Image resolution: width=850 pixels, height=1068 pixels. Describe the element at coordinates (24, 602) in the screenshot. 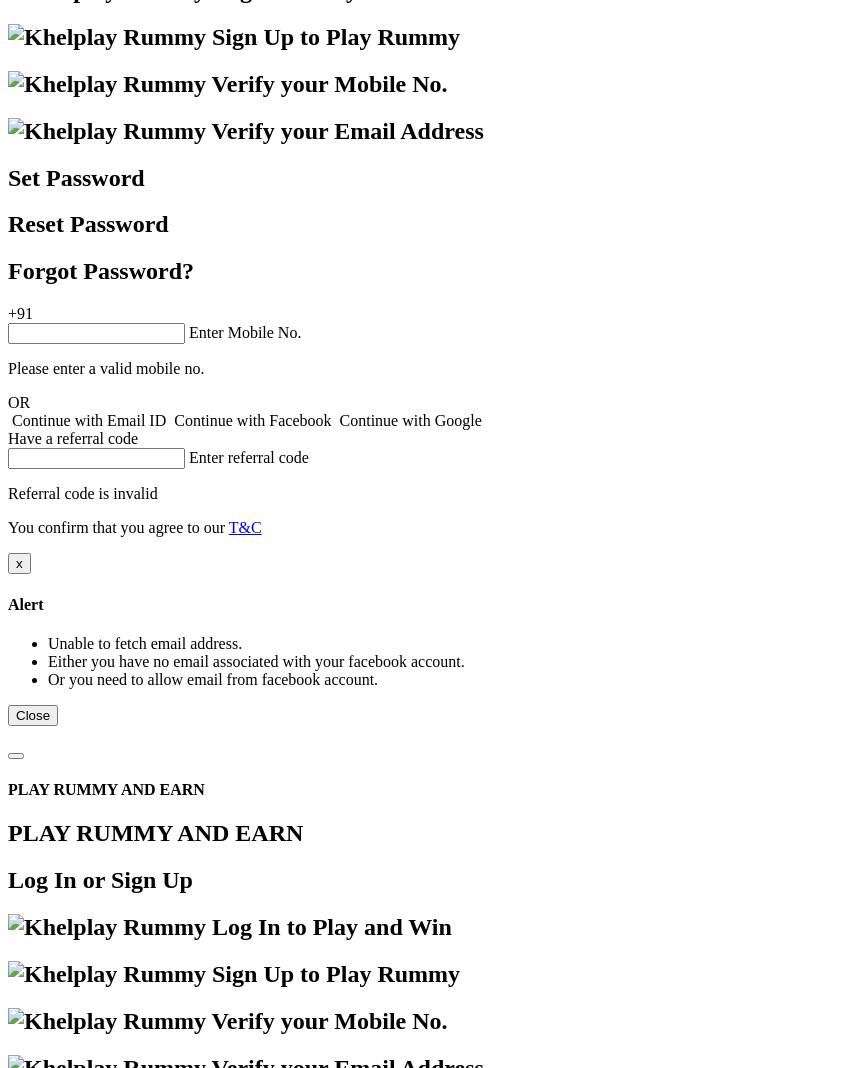

I see `'Alert'` at that location.